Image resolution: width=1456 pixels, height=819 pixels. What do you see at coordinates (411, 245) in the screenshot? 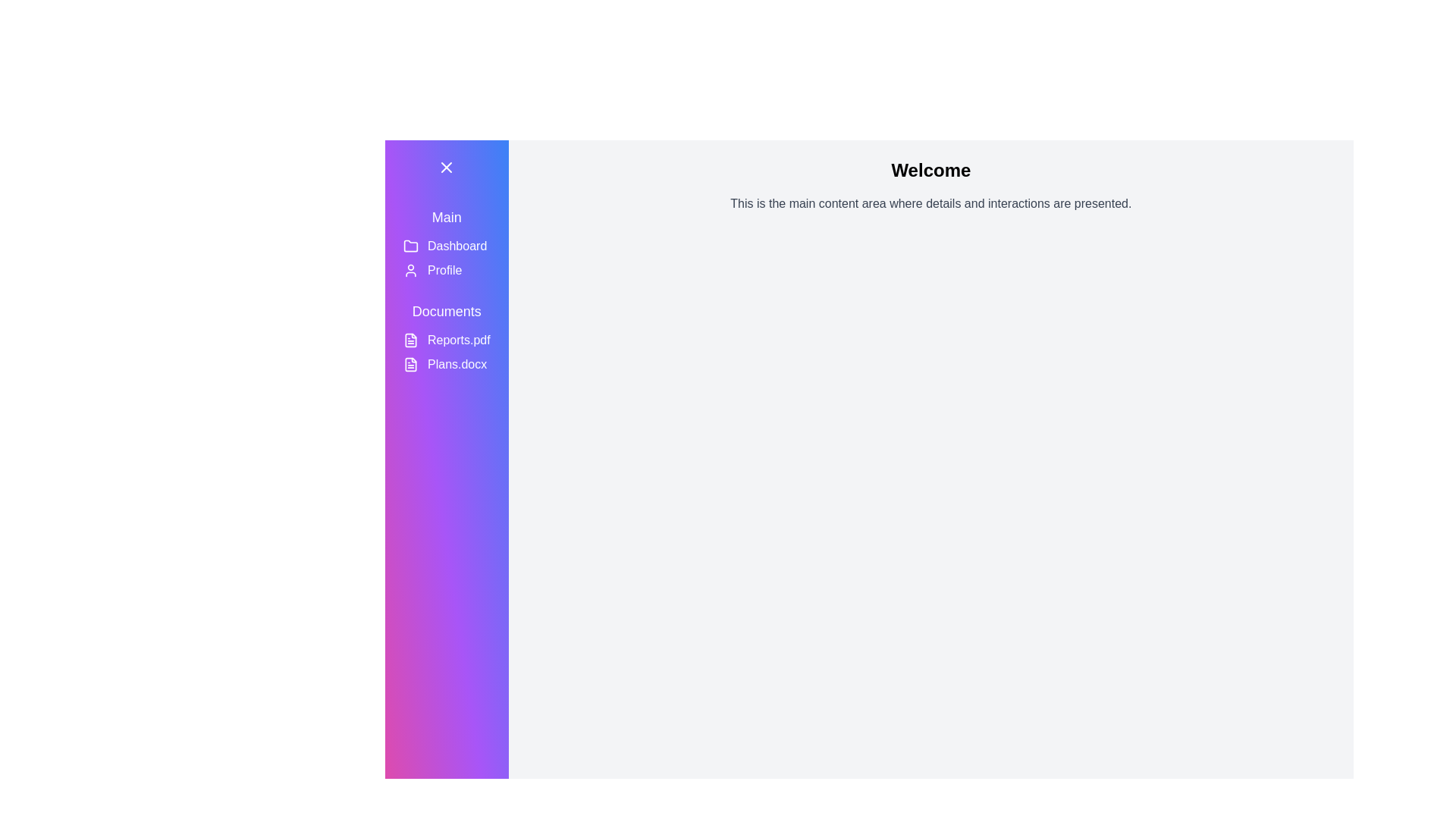
I see `the folder icon representing the 'Dashboard' menu entry in the vertical navigation sidebar by clicking on it` at bounding box center [411, 245].